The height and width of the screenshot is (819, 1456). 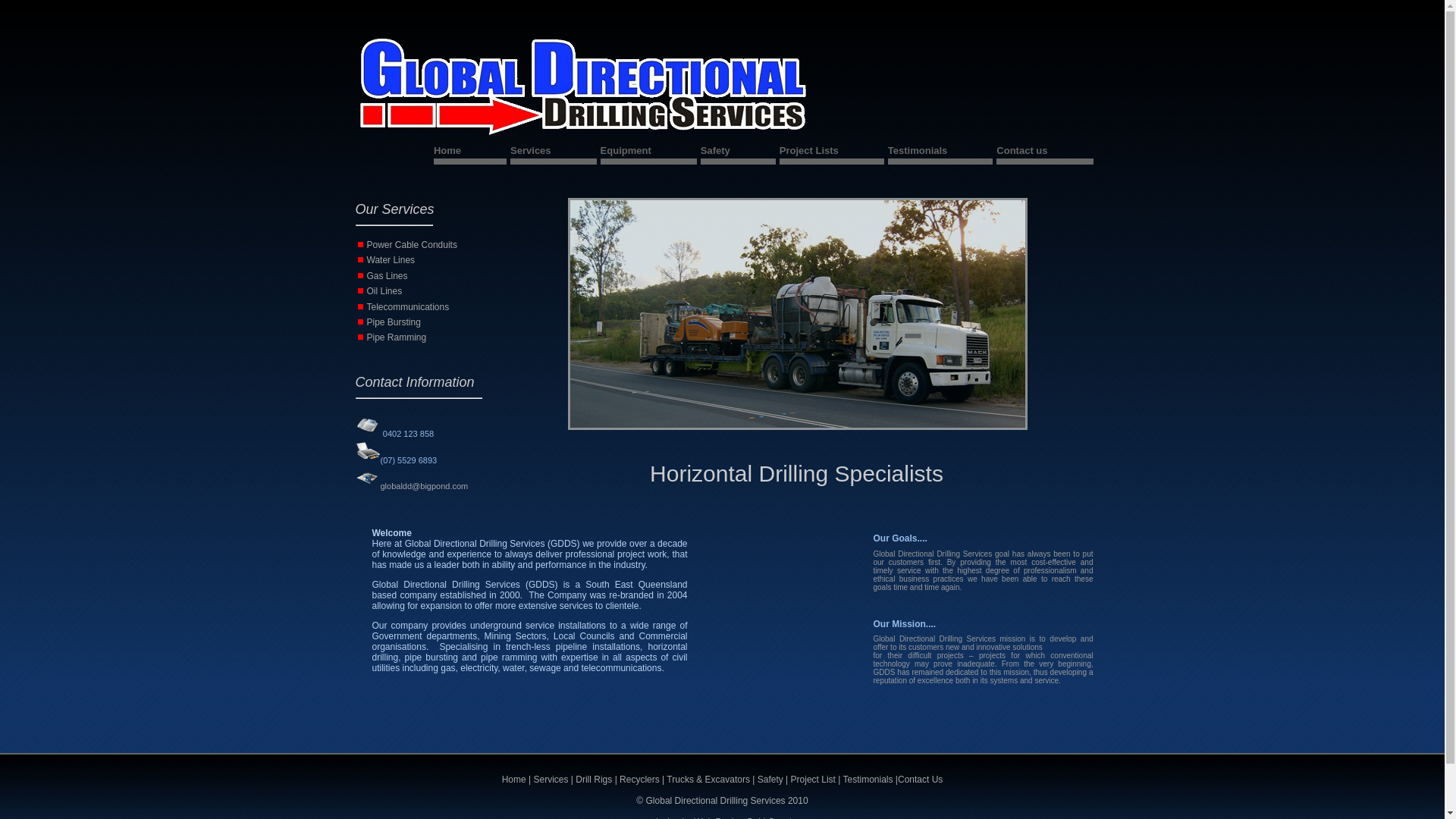 What do you see at coordinates (594, 780) in the screenshot?
I see `'Drill Rigs'` at bounding box center [594, 780].